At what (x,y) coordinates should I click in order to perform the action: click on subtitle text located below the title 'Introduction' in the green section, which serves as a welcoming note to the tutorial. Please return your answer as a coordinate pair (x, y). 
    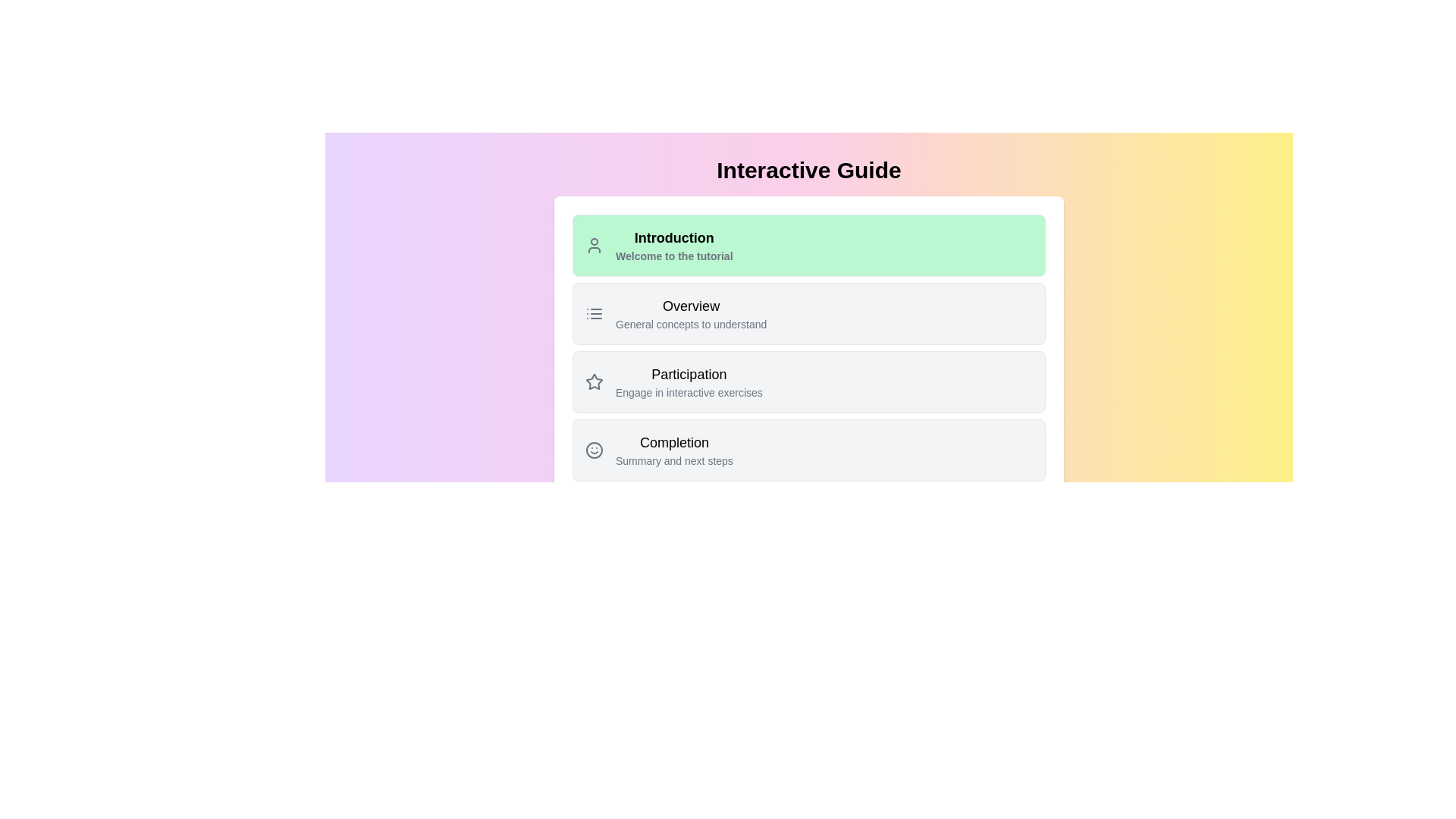
    Looking at the image, I should click on (673, 256).